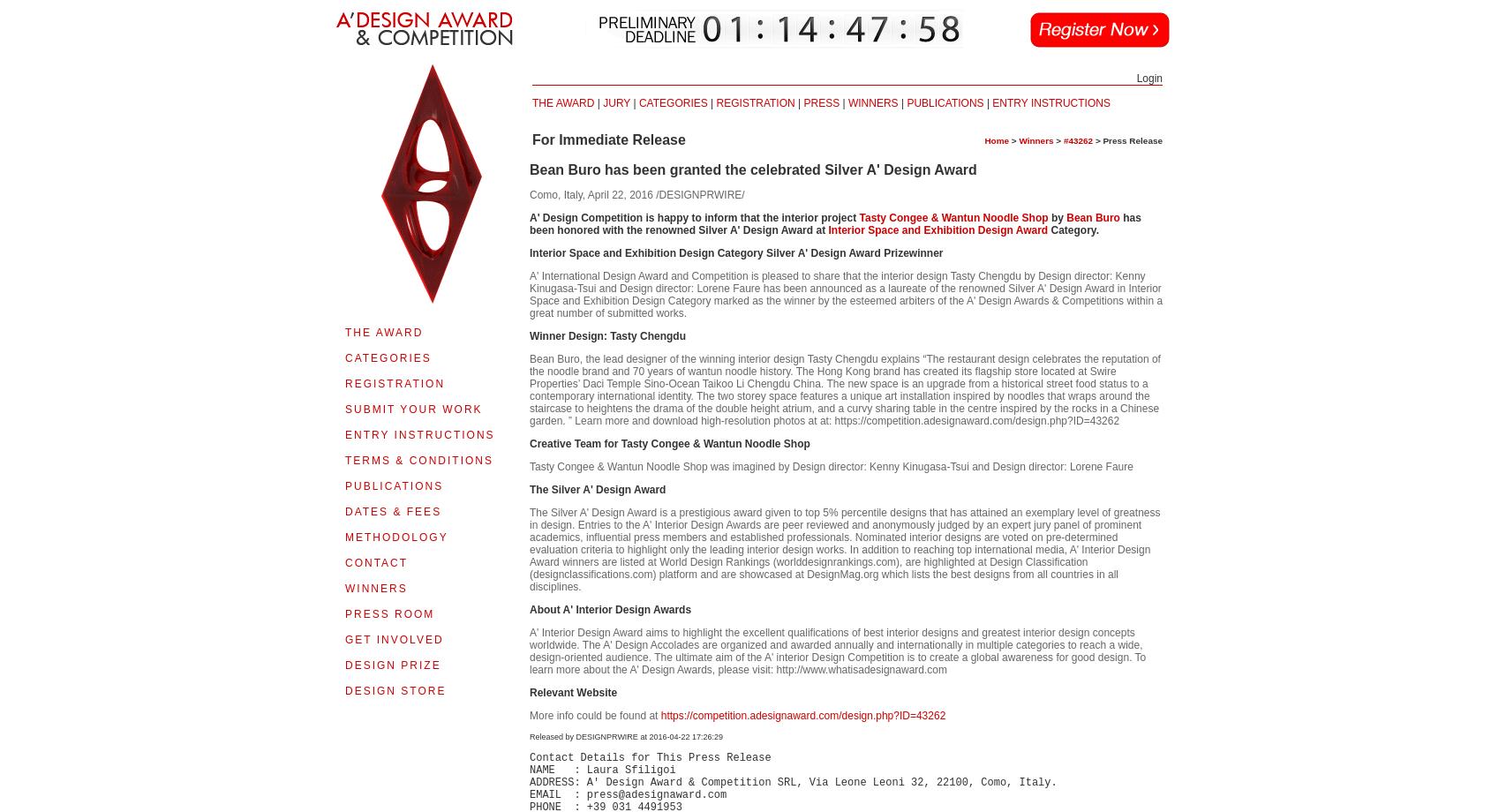  Describe the element at coordinates (395, 537) in the screenshot. I see `'METHODOLOGY'` at that location.